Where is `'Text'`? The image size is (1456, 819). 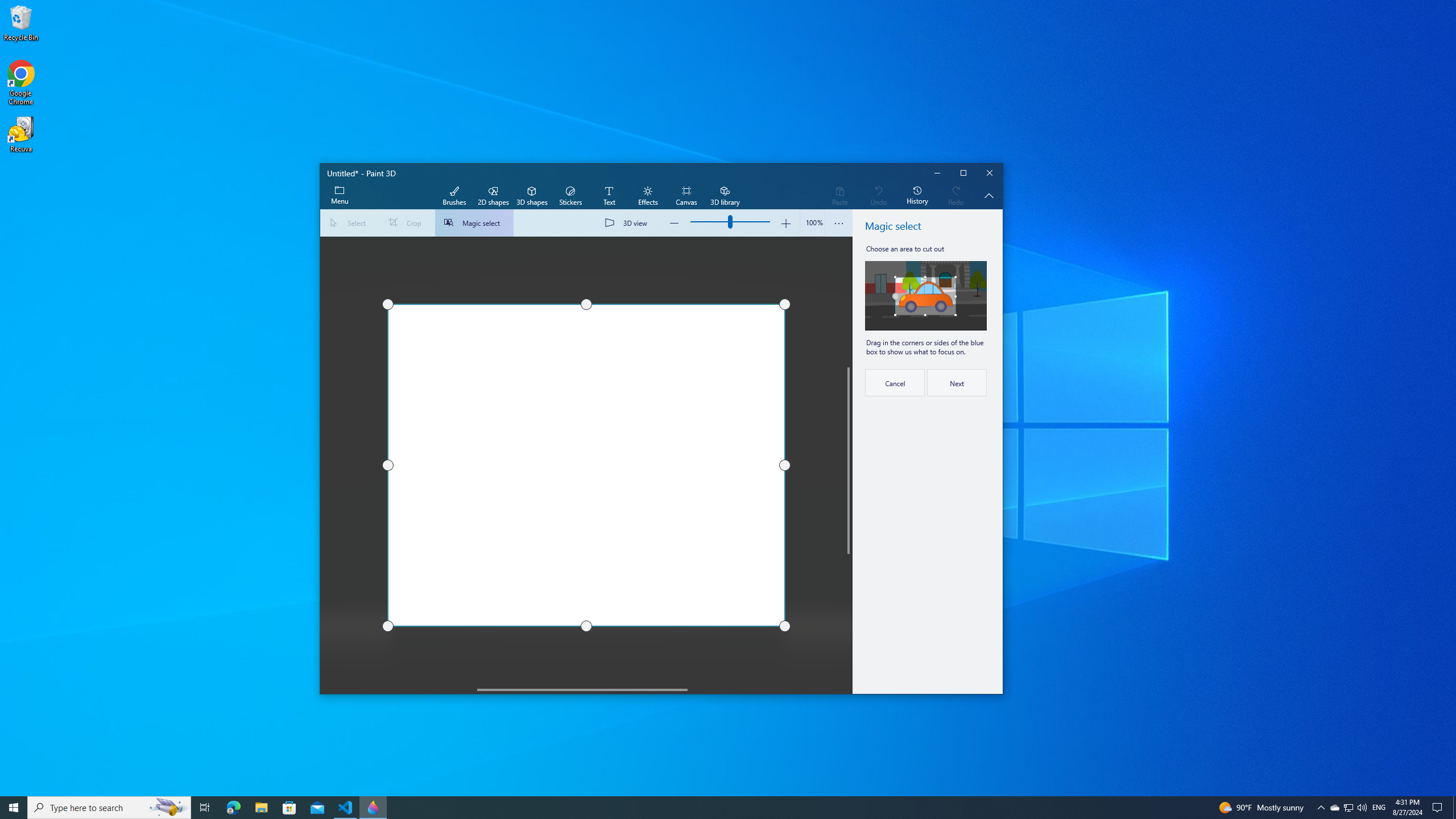
'Text' is located at coordinates (609, 196).